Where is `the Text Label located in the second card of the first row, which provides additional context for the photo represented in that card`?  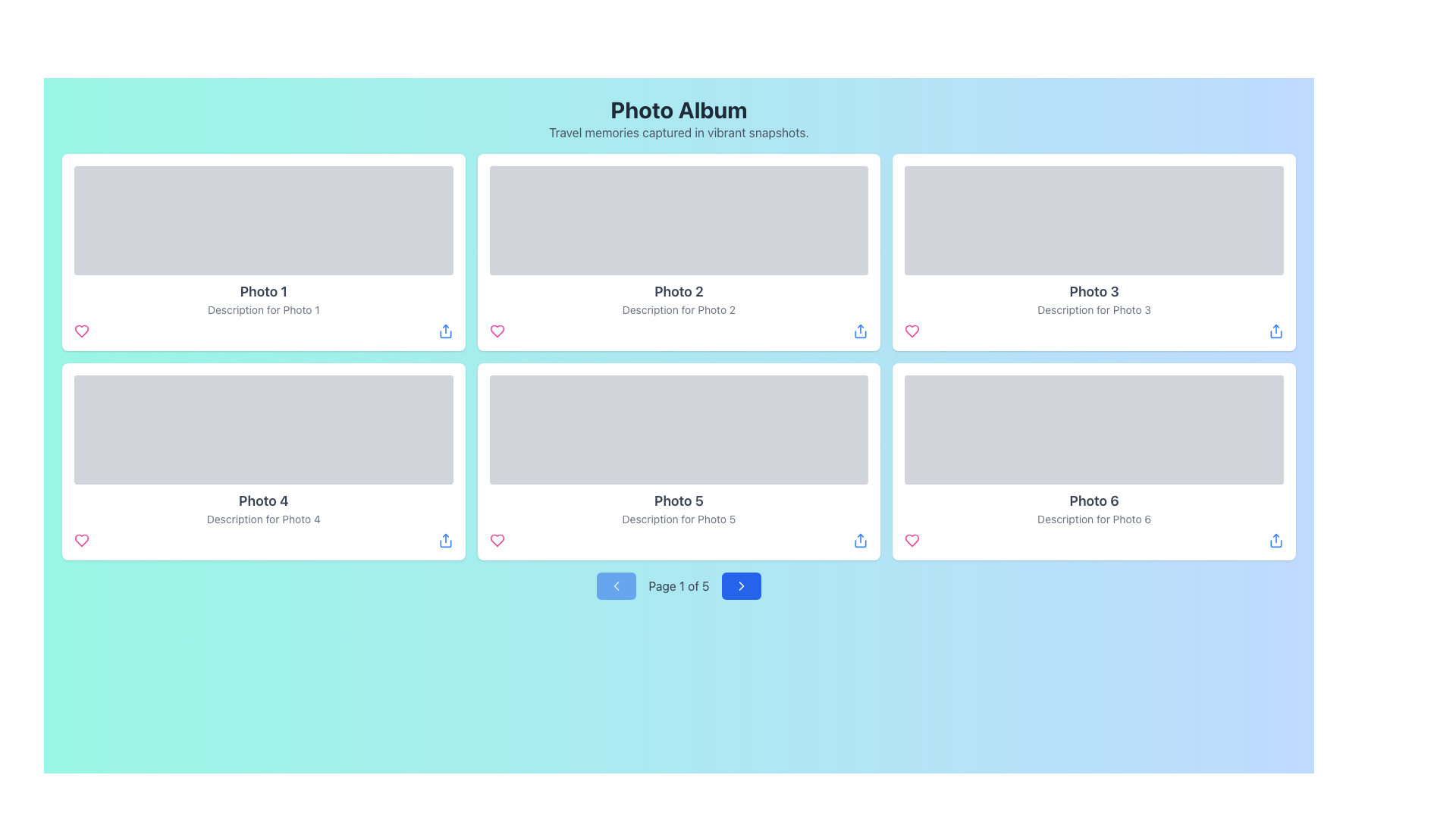 the Text Label located in the second card of the first row, which provides additional context for the photo represented in that card is located at coordinates (678, 309).